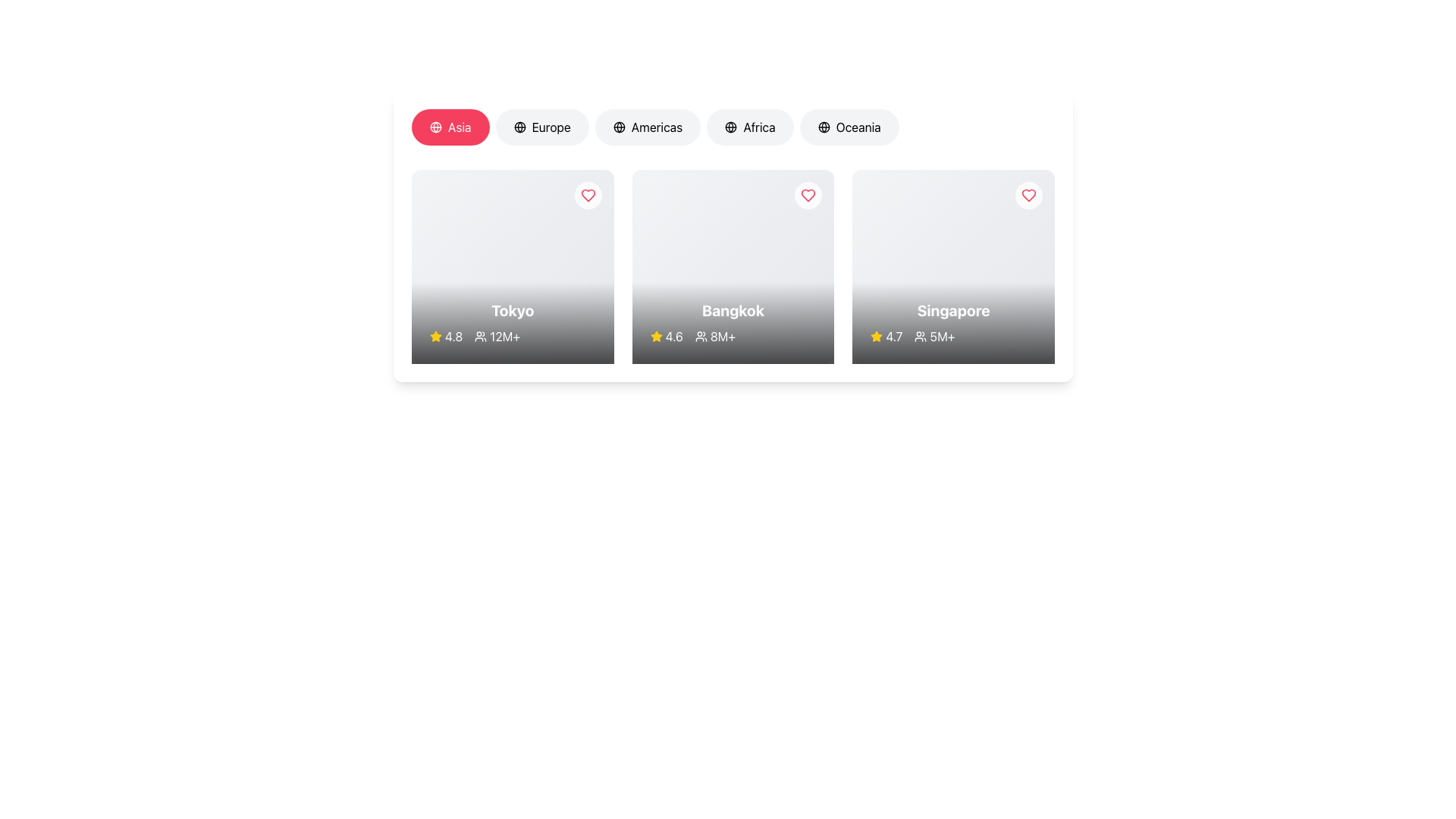  Describe the element at coordinates (673, 335) in the screenshot. I see `rating value (4.6) from the text label located below the card title 'Bangkok' and next to the star icon in the second card from the left` at that location.